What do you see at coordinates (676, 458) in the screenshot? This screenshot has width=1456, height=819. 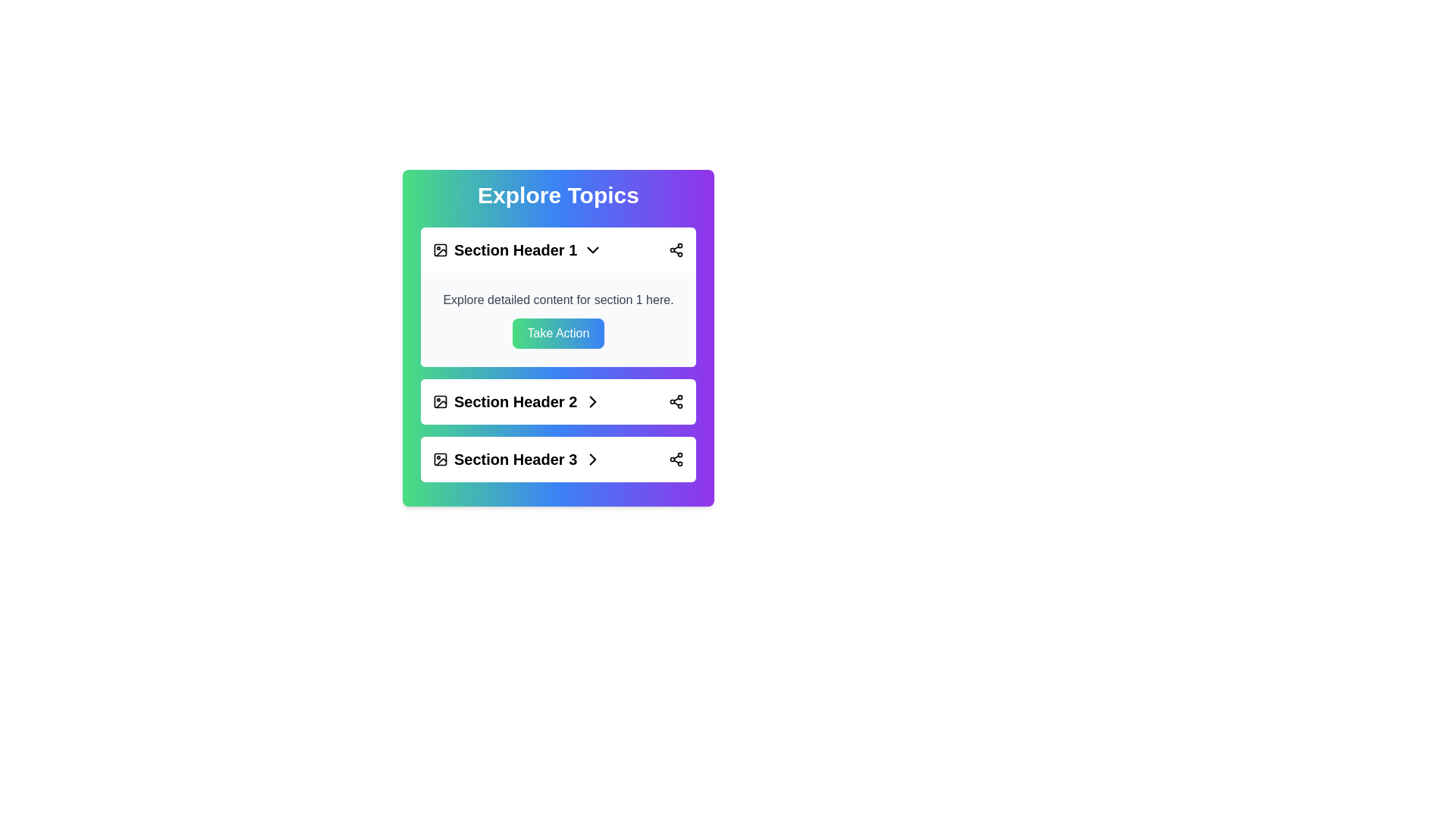 I see `the share icon, which is a minimalist outline styled icon located at the bottom-right corner of the 'Section Header 3' card` at bounding box center [676, 458].